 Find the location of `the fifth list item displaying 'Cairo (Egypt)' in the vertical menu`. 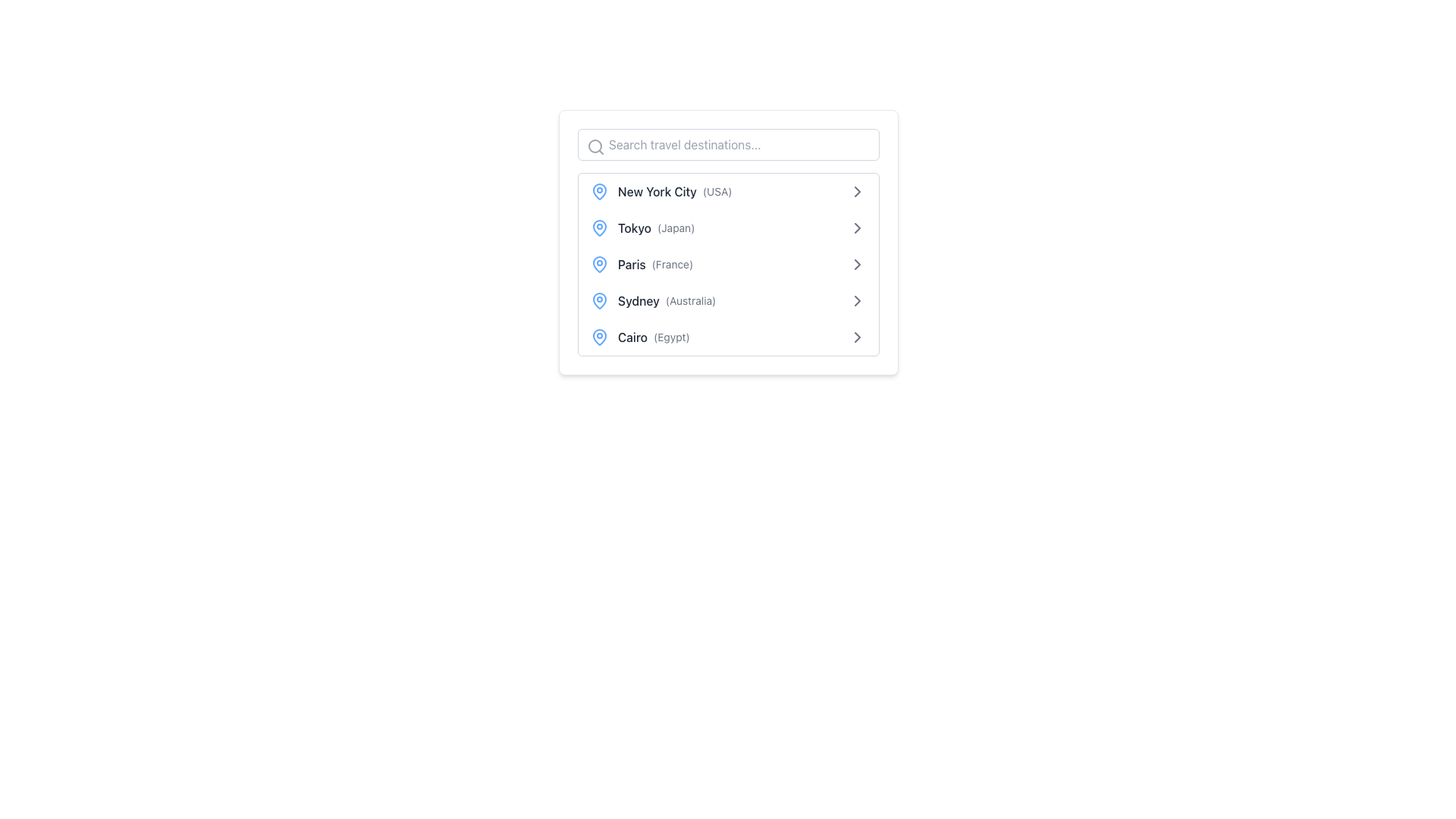

the fifth list item displaying 'Cairo (Egypt)' in the vertical menu is located at coordinates (728, 336).